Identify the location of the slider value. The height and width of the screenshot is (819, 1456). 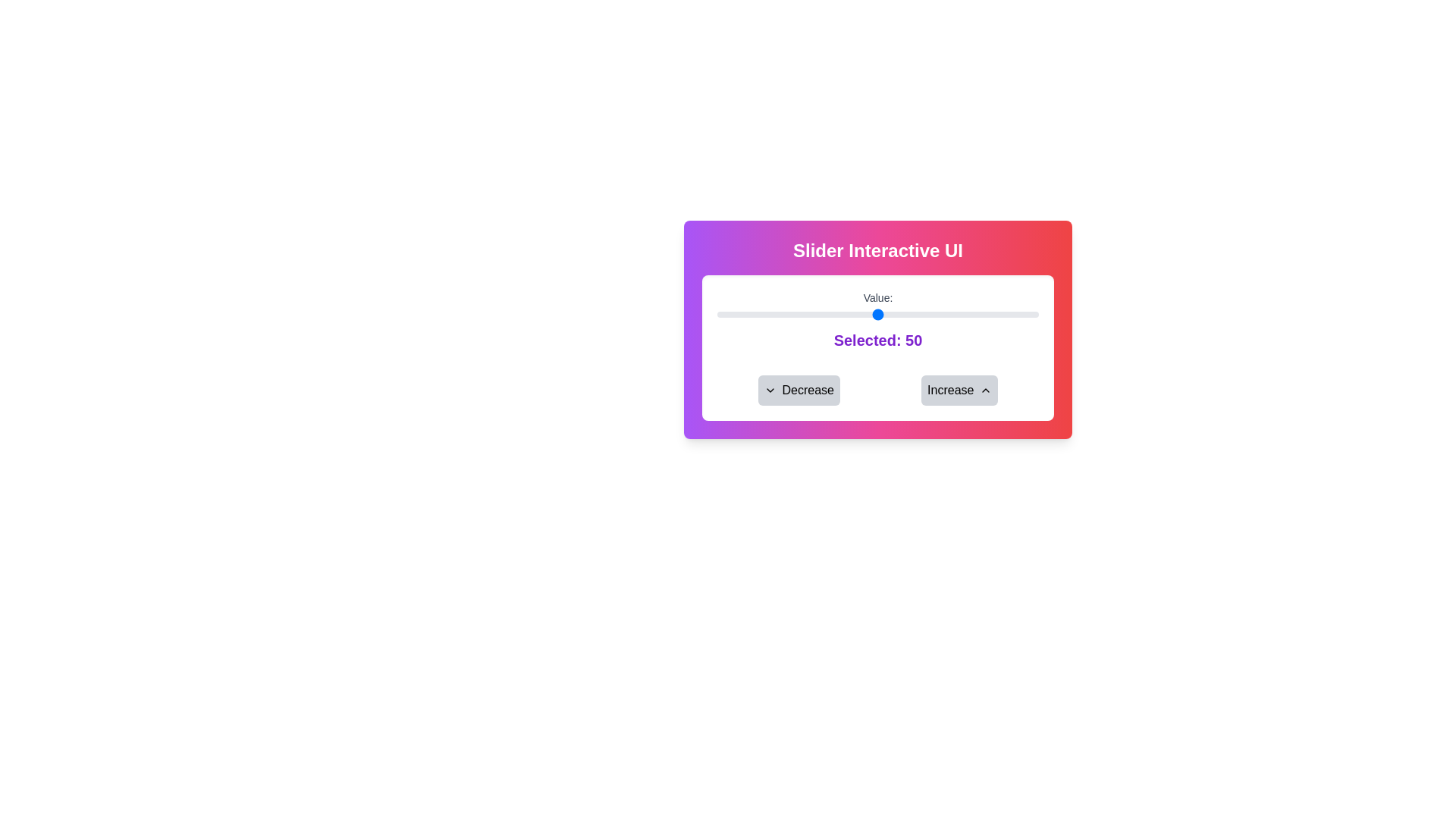
(900, 314).